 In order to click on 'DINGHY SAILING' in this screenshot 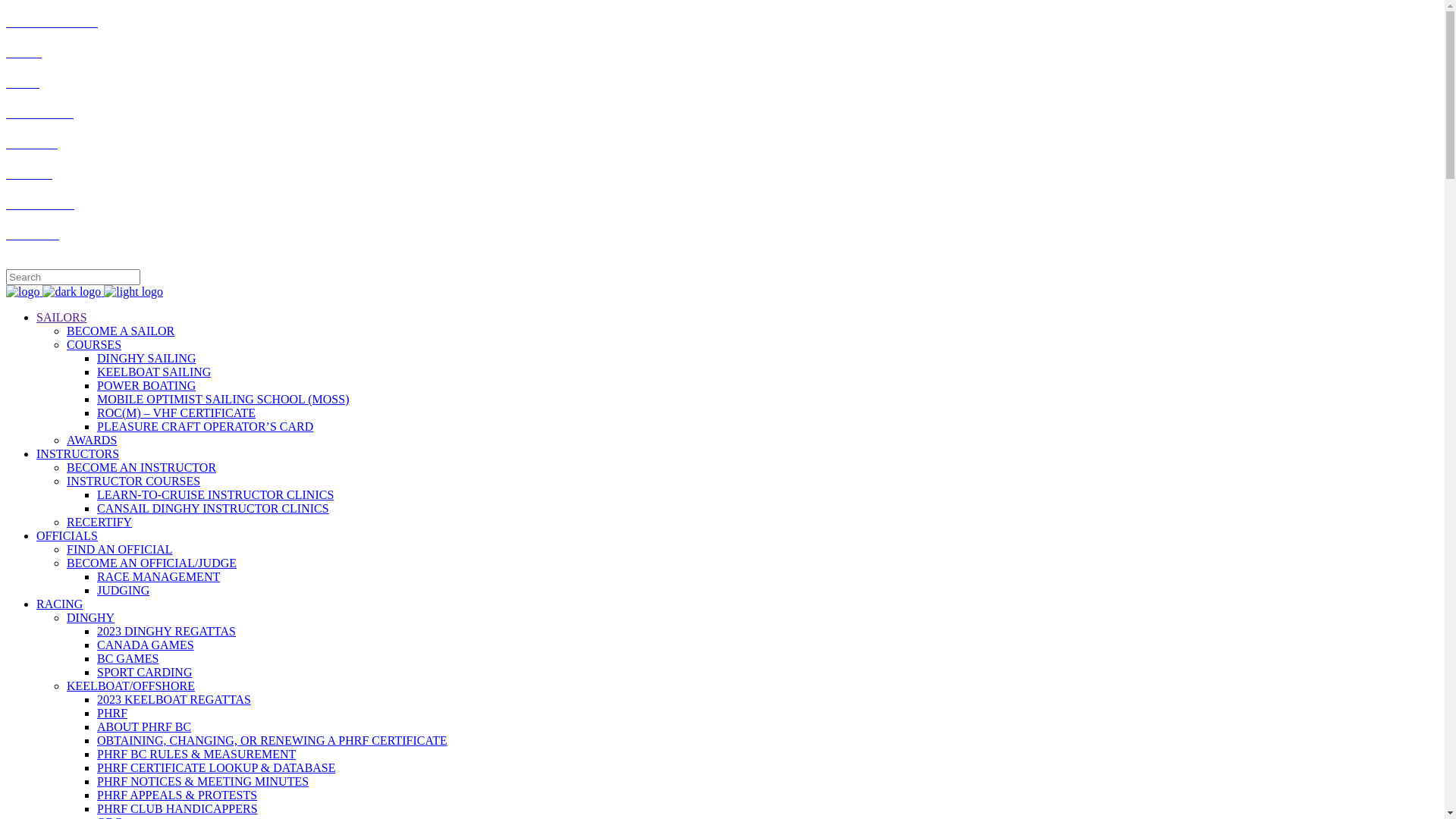, I will do `click(146, 358)`.